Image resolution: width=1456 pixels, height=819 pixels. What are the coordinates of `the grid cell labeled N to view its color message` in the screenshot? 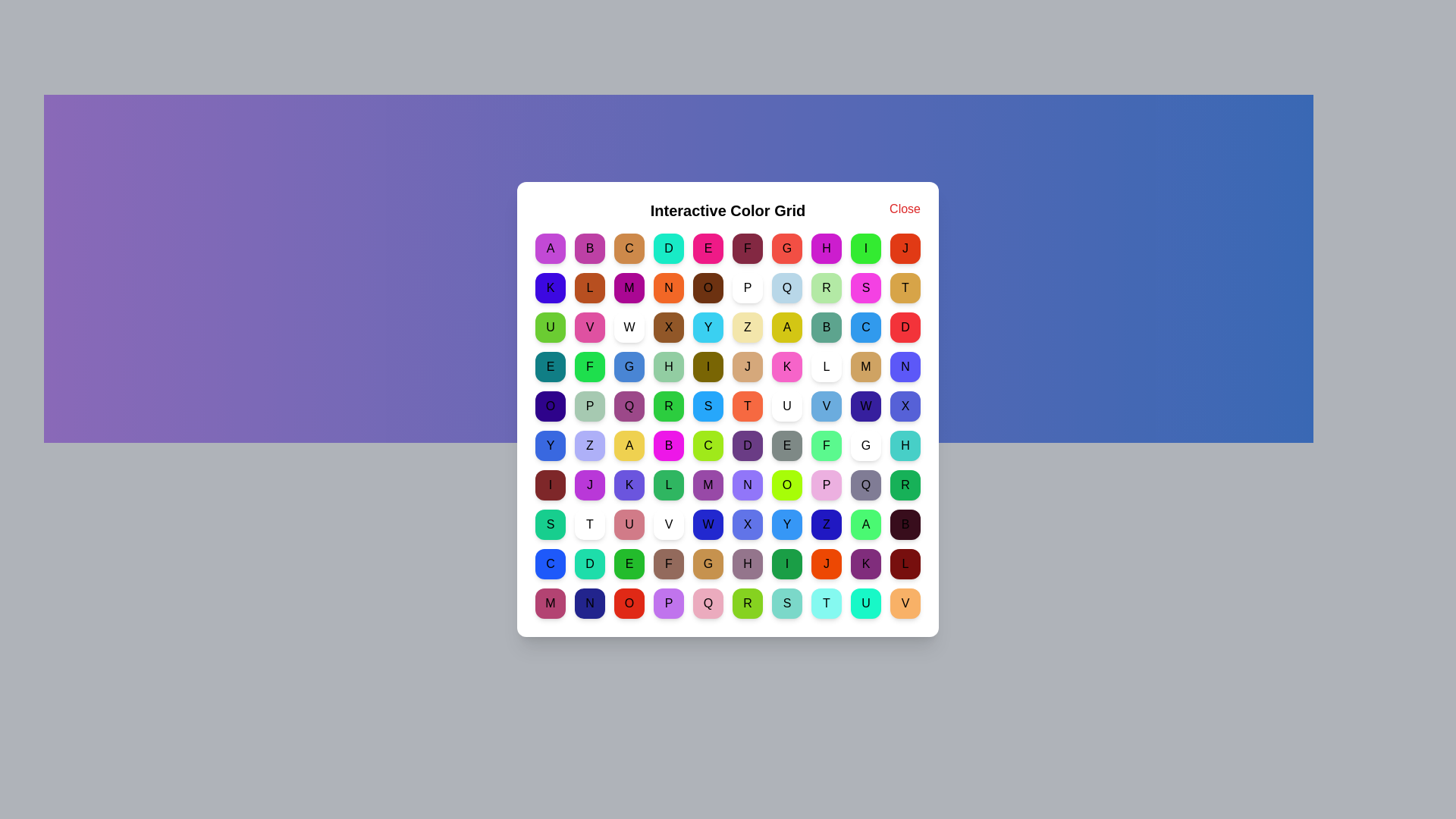 It's located at (668, 288).